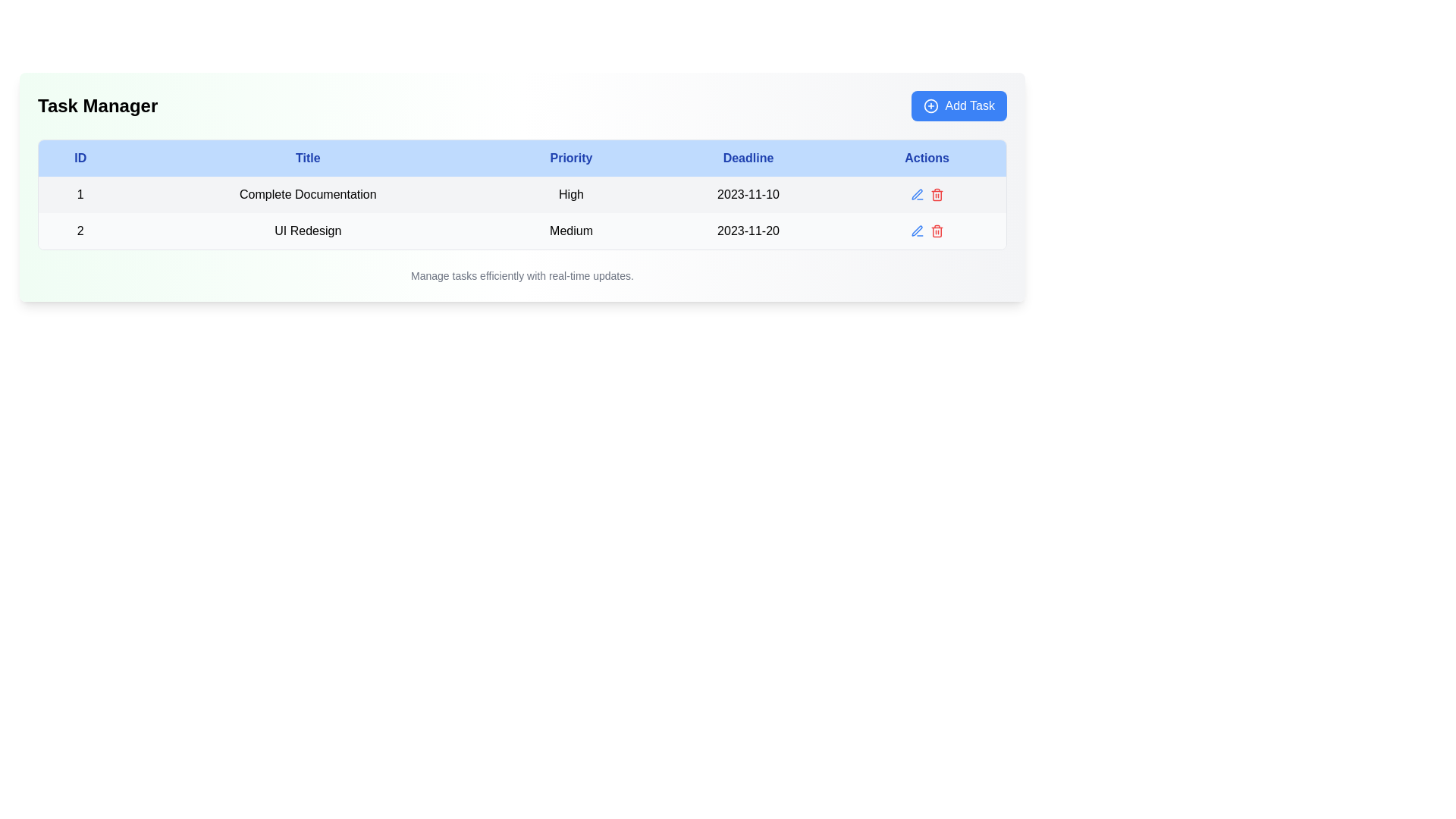 This screenshot has height=819, width=1456. I want to click on the text label displaying the title of a task or item, located in the second column of the first row of the table, between the 'ID' and 'Priority' columns, so click(307, 194).